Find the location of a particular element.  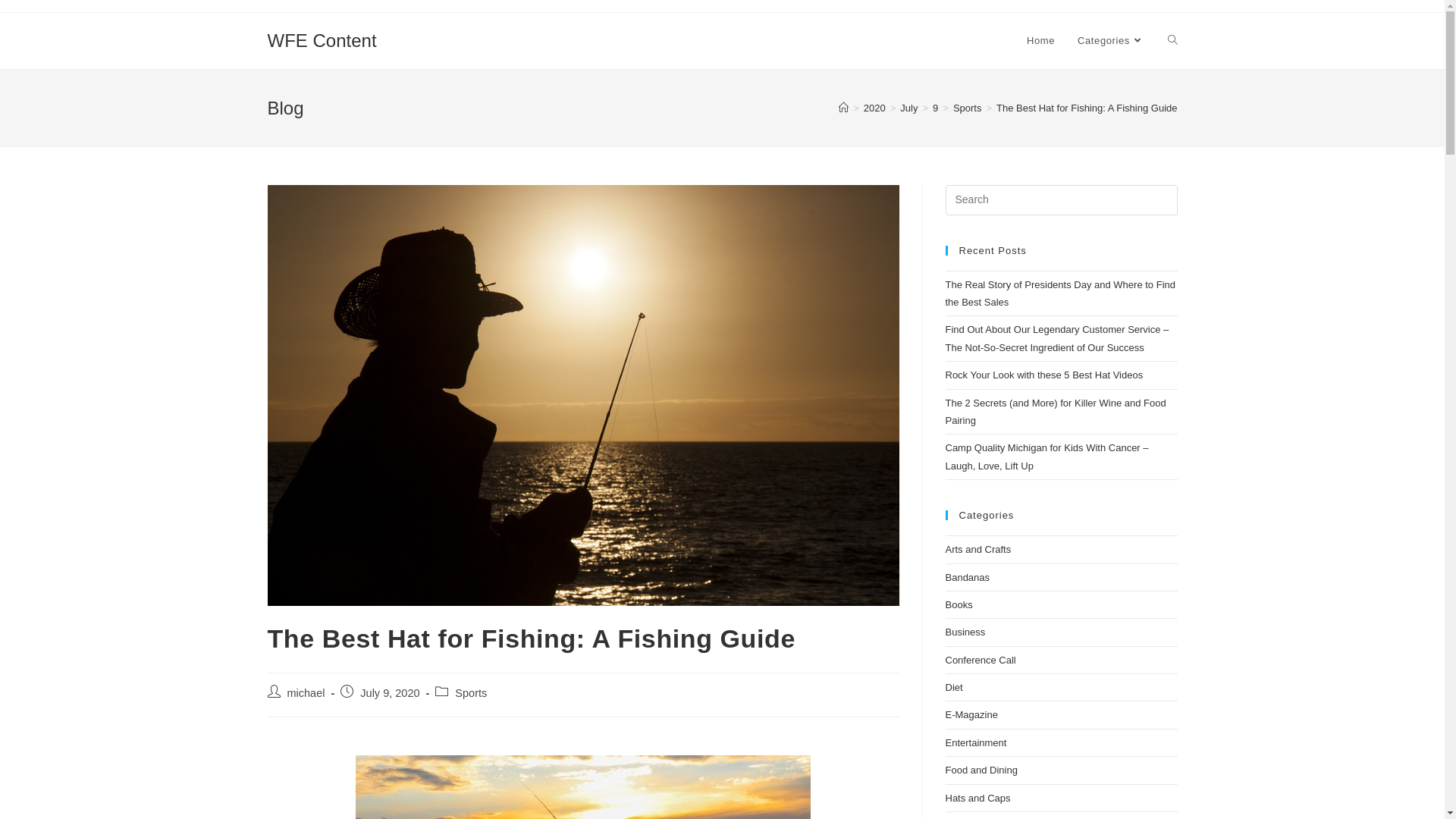

'Diet' is located at coordinates (952, 687).